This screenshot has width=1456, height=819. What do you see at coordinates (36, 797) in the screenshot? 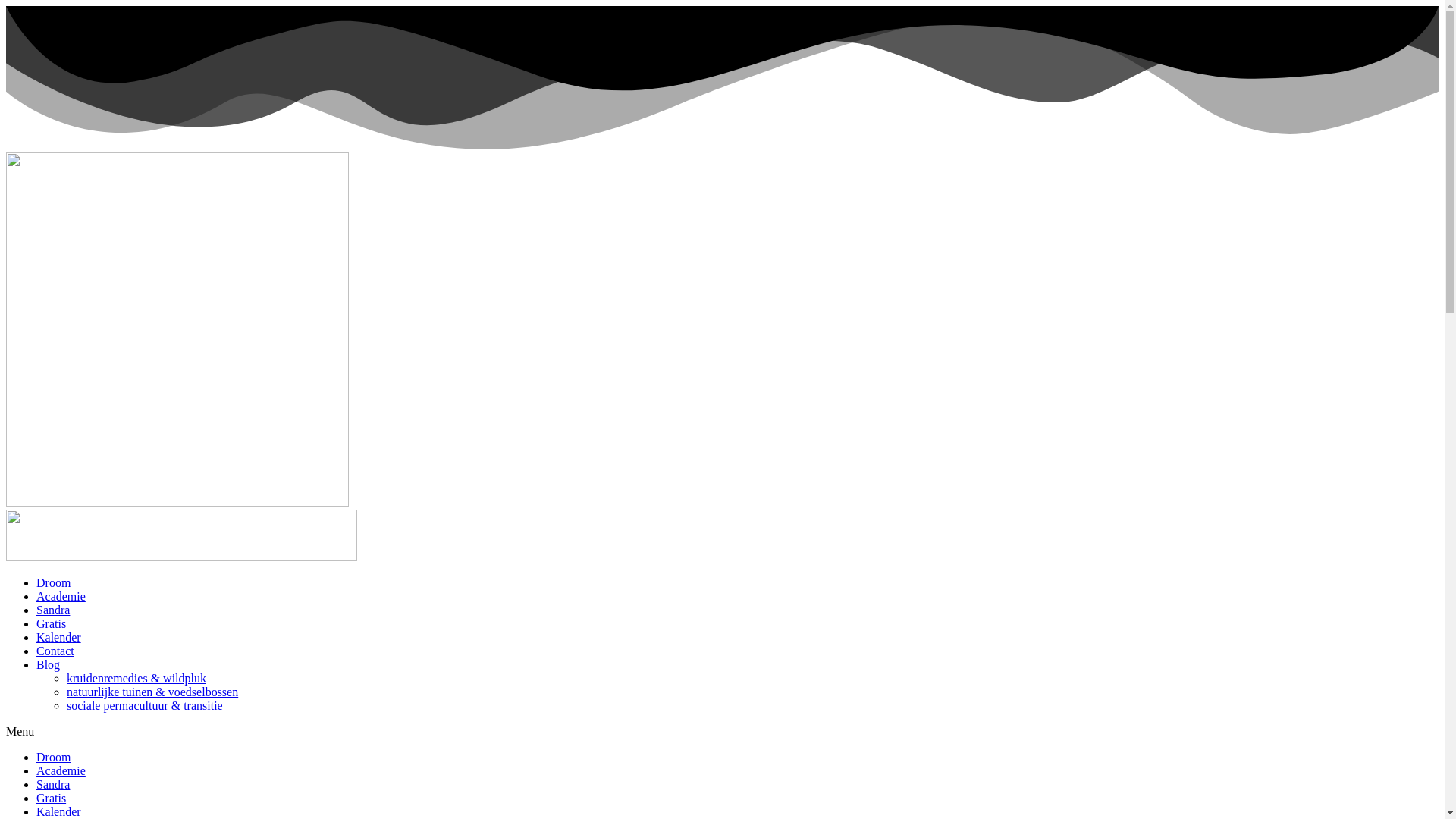
I see `'Gratis'` at bounding box center [36, 797].